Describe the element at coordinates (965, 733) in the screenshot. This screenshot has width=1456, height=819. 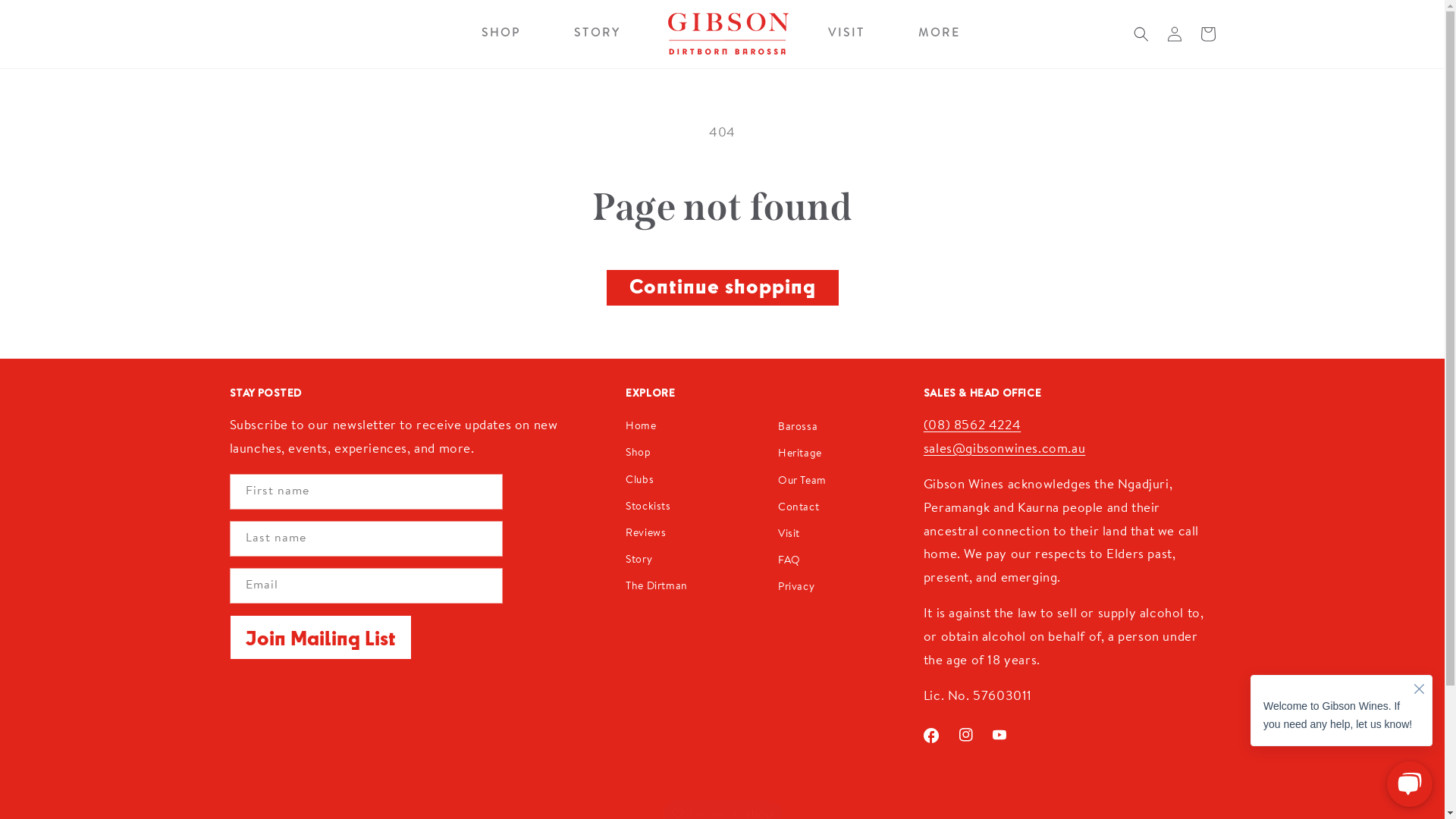
I see `'Instagram'` at that location.